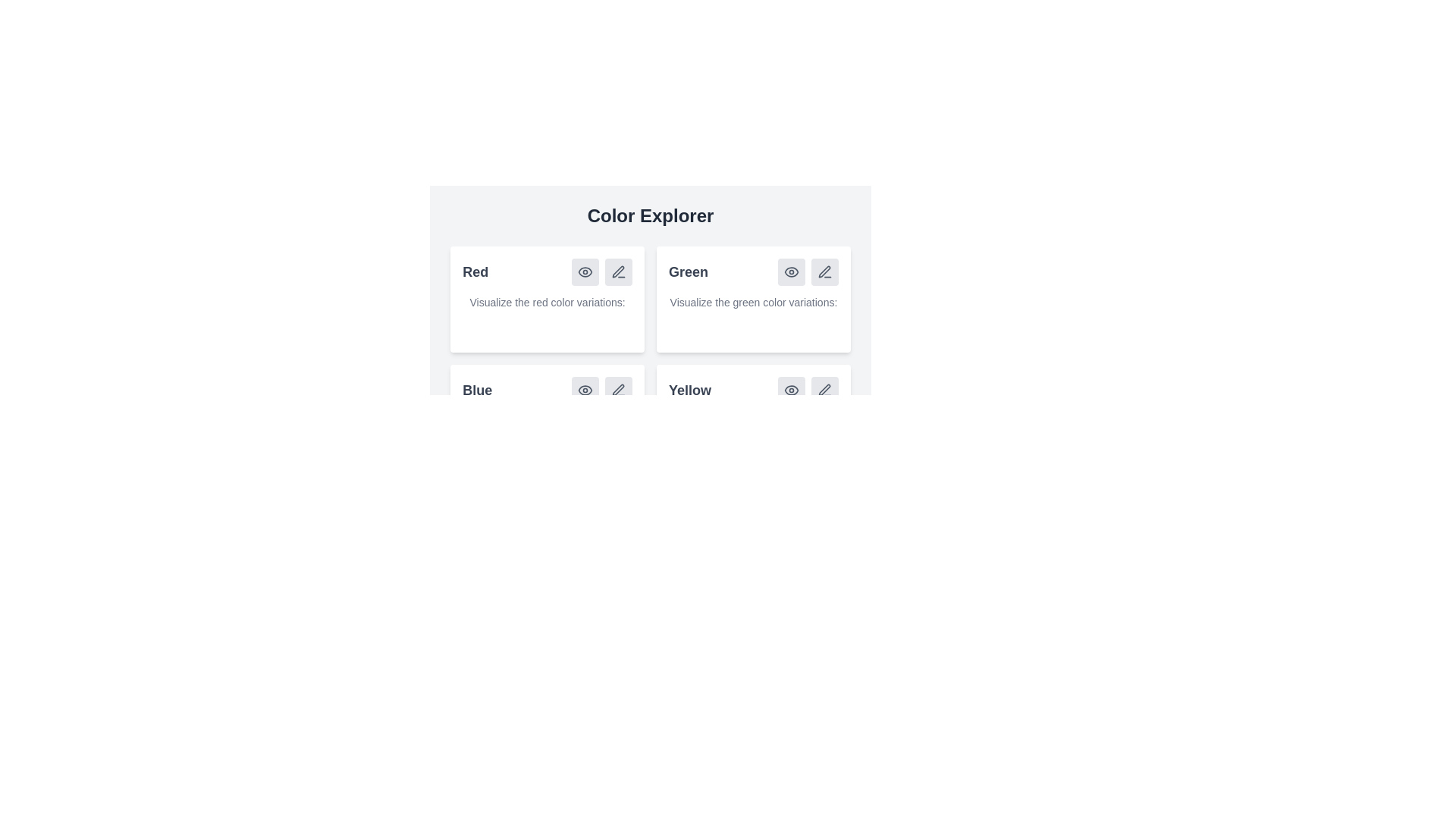 This screenshot has width=1456, height=819. I want to click on the 'view' icon located in the top-right corner of the 'Green' section of the 'Color Explorer' layout, so click(790, 271).